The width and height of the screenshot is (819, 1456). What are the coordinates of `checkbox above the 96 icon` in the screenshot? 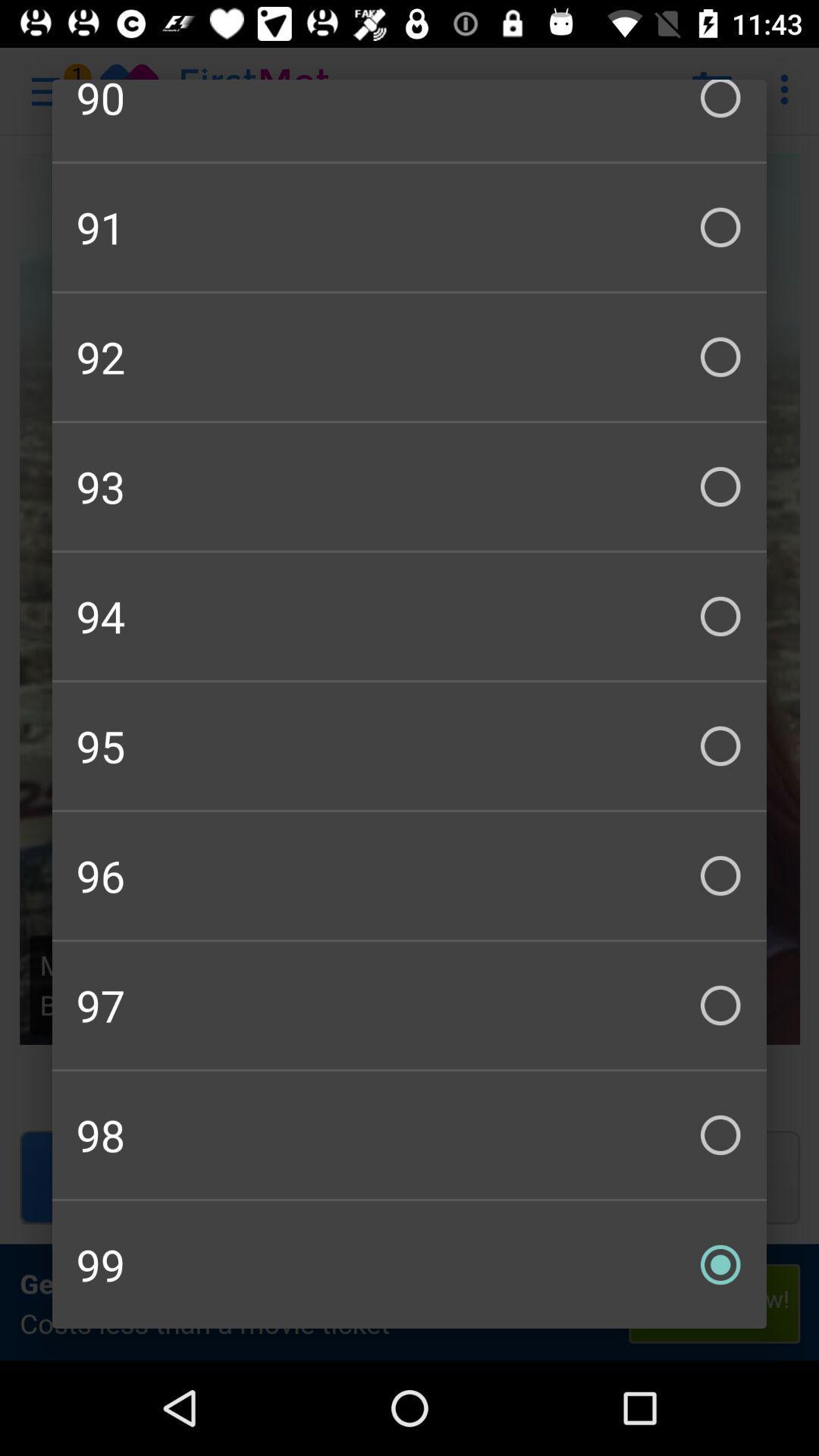 It's located at (409, 745).